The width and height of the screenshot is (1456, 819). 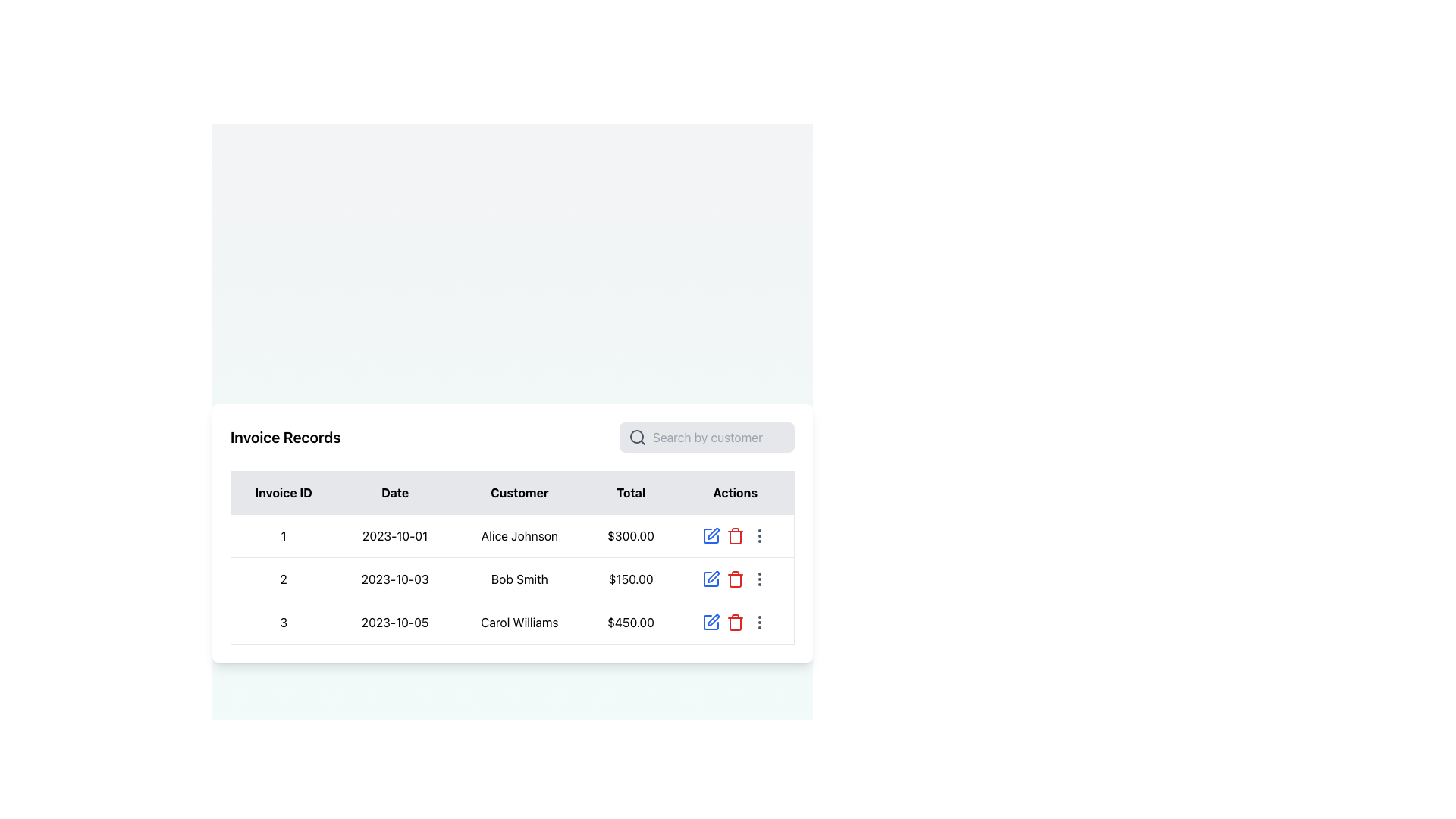 What do you see at coordinates (735, 622) in the screenshot?
I see `the delete button, which is the second icon in the Actions column for the table row of 'Carol Williams'` at bounding box center [735, 622].